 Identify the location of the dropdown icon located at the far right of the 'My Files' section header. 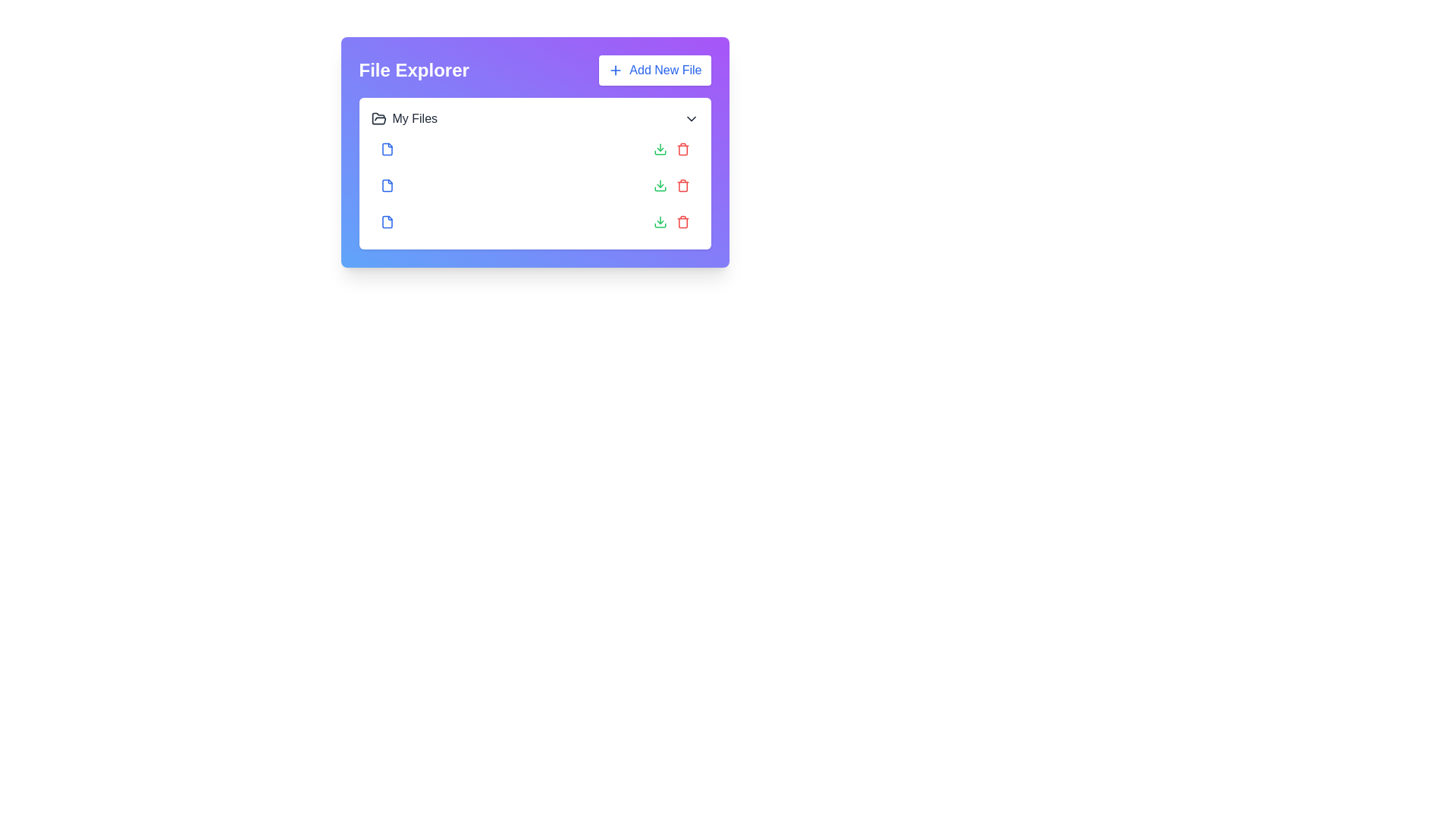
(690, 118).